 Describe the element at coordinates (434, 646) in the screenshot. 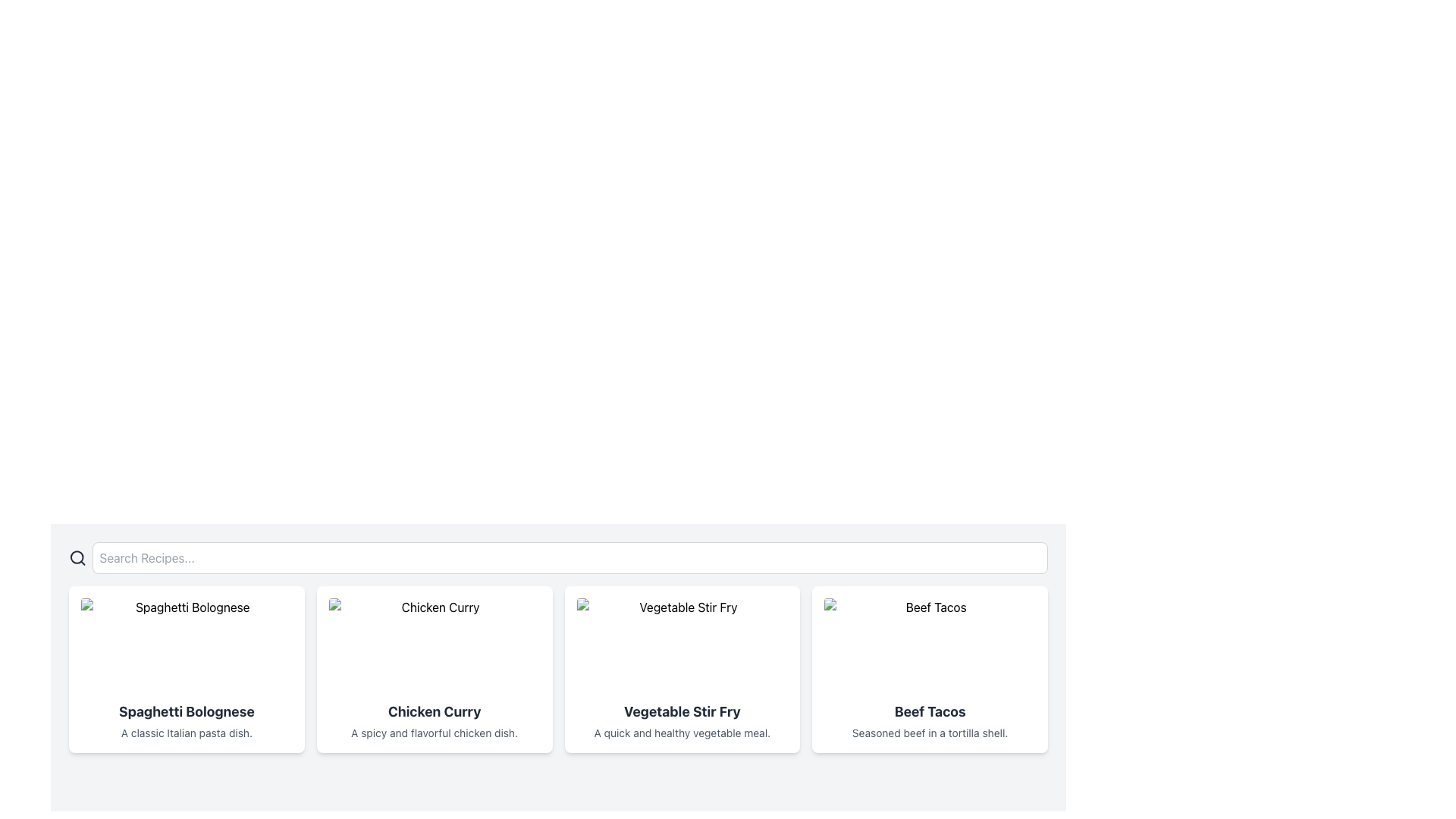

I see `the image element representing 'Chicken Curry', which is located at the top of the card above the title and description` at that location.